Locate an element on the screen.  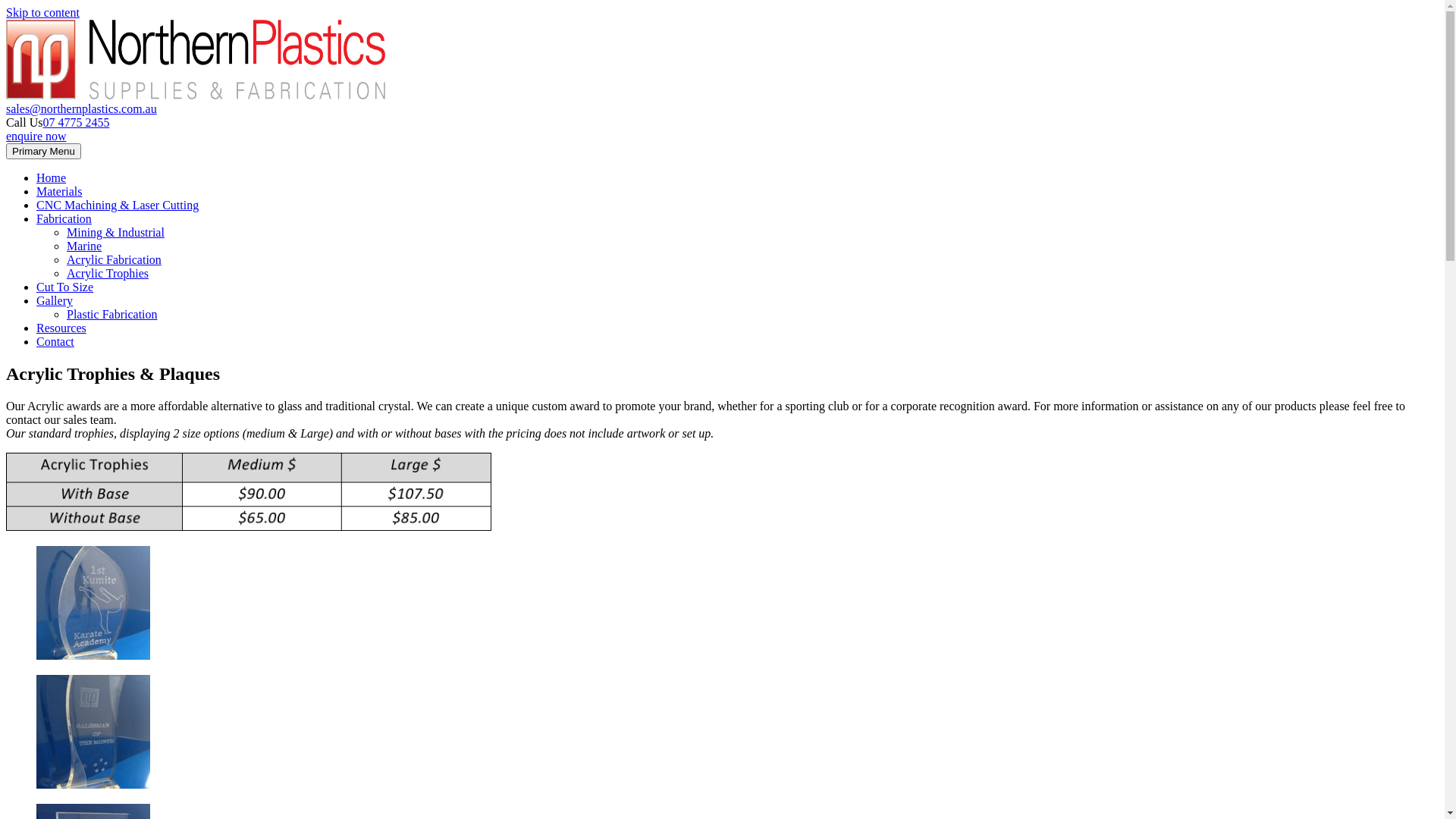
'Cut To Size' is located at coordinates (64, 287).